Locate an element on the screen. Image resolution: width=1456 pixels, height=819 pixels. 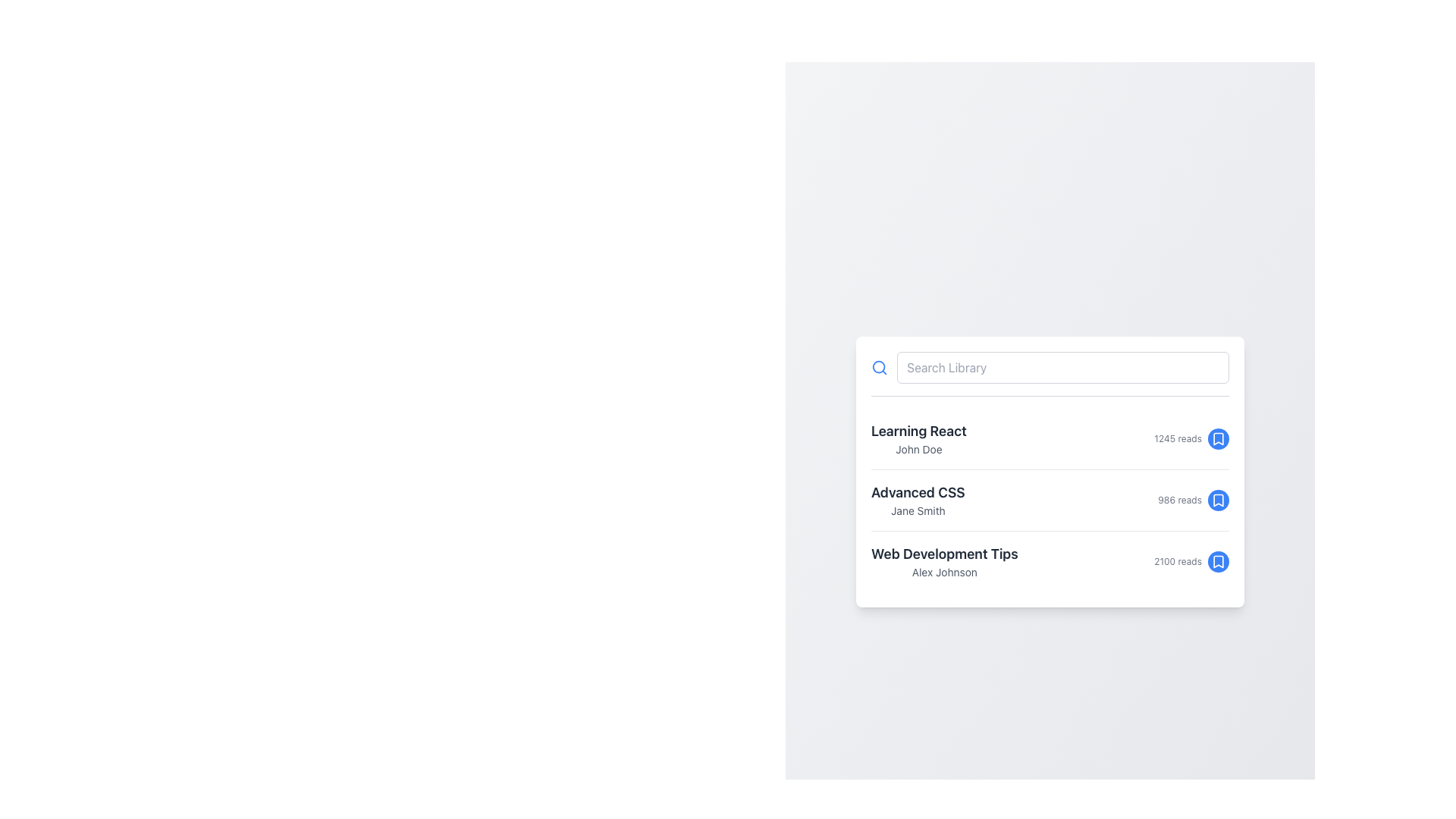
the bookmark icon from the composite element displaying the number of reads (986) for the topic 'Advanced CSS' by 'Jane Smith' is located at coordinates (1193, 500).